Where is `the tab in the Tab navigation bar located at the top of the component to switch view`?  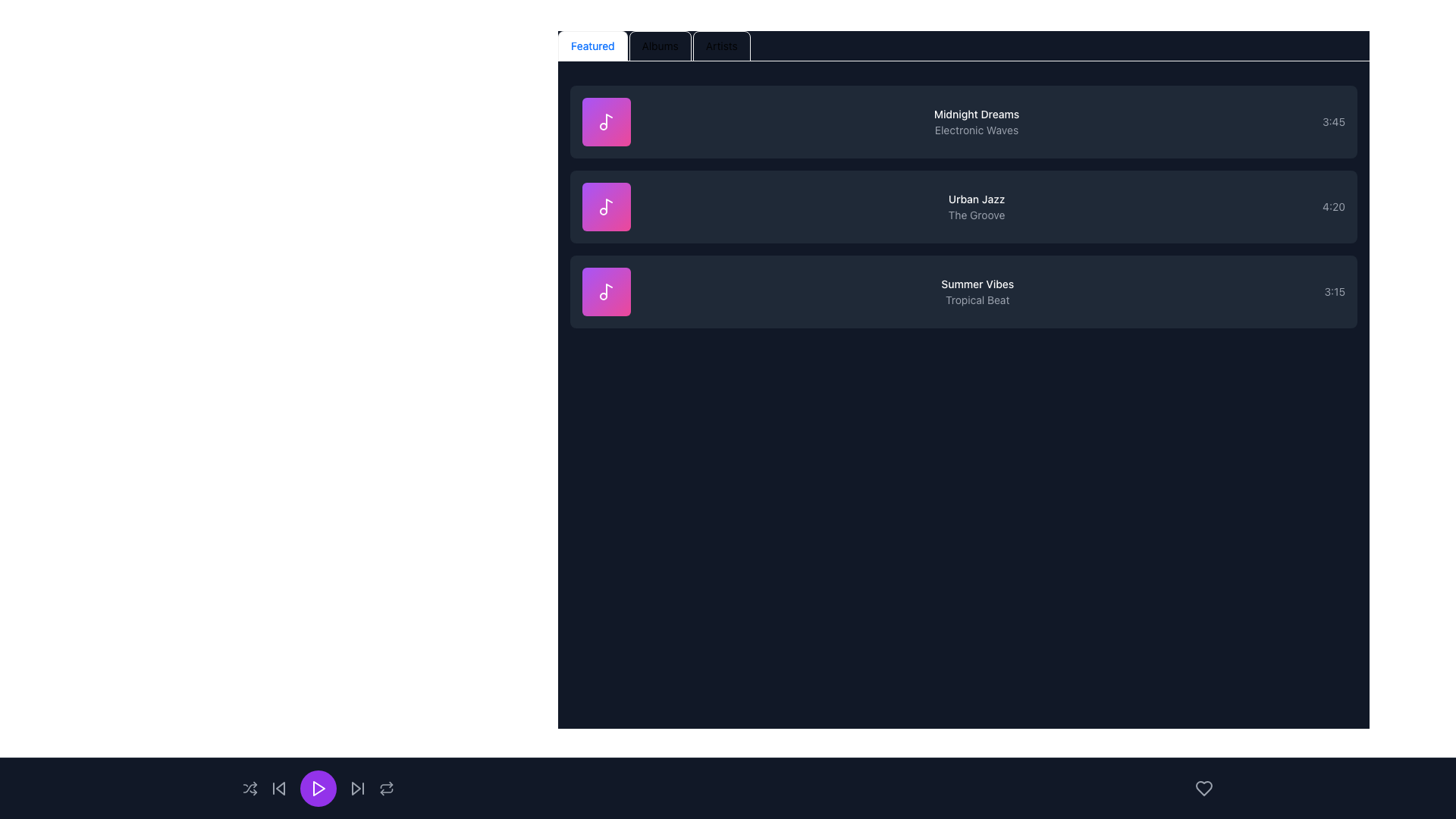 the tab in the Tab navigation bar located at the top of the component to switch view is located at coordinates (963, 45).